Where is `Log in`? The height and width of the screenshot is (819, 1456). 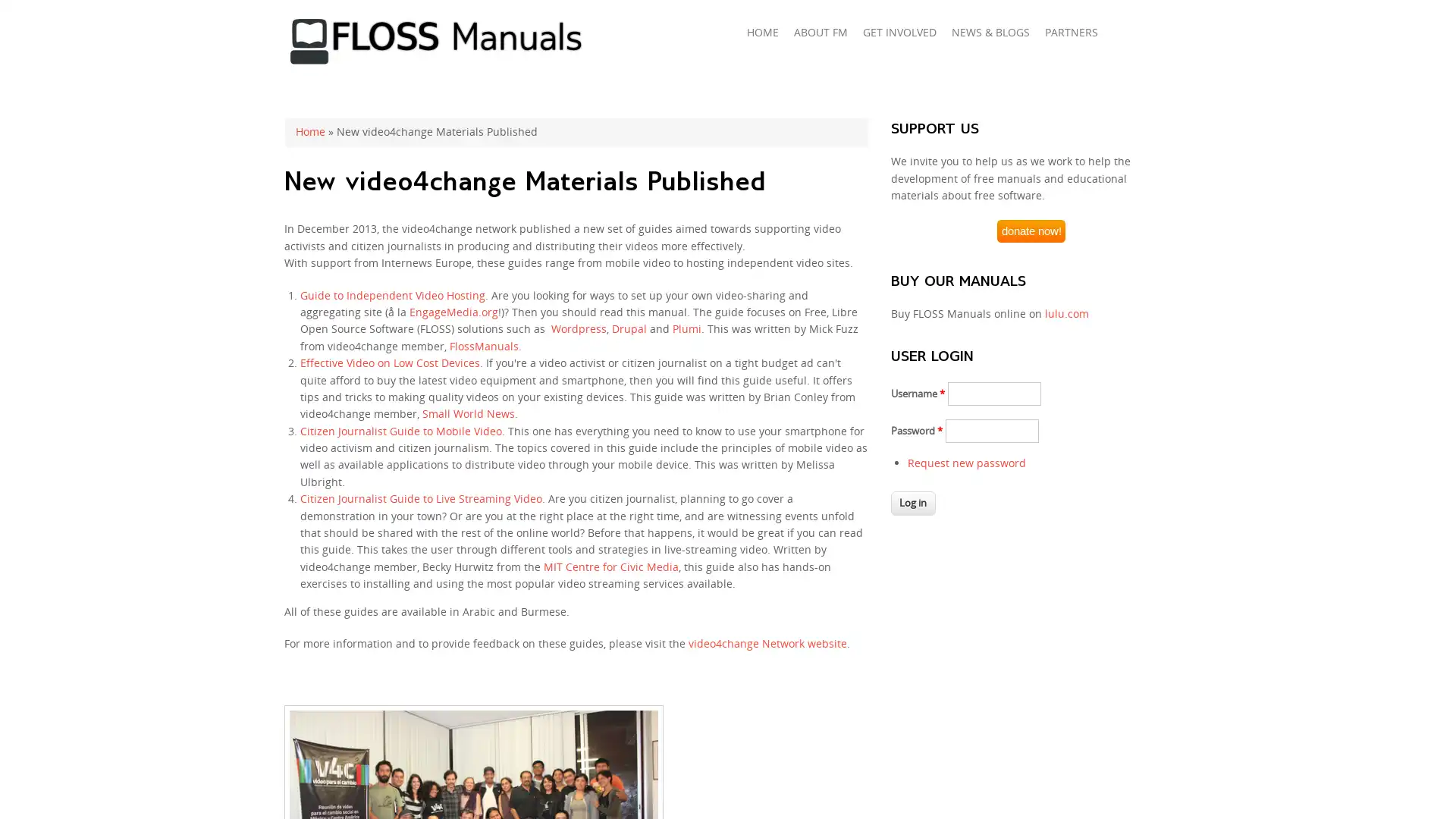
Log in is located at coordinates (912, 503).